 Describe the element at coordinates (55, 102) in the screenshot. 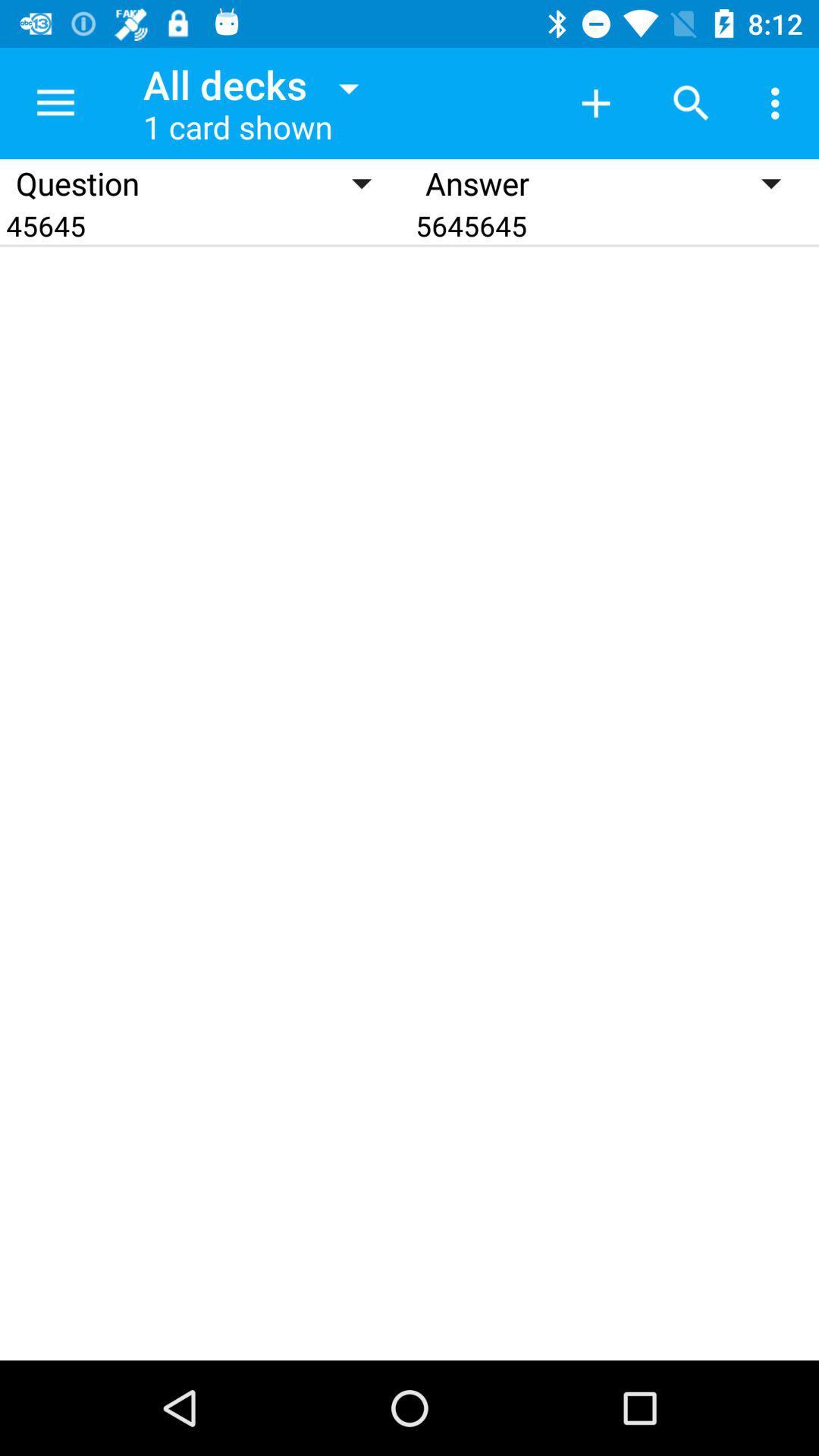

I see `item above the question item` at that location.